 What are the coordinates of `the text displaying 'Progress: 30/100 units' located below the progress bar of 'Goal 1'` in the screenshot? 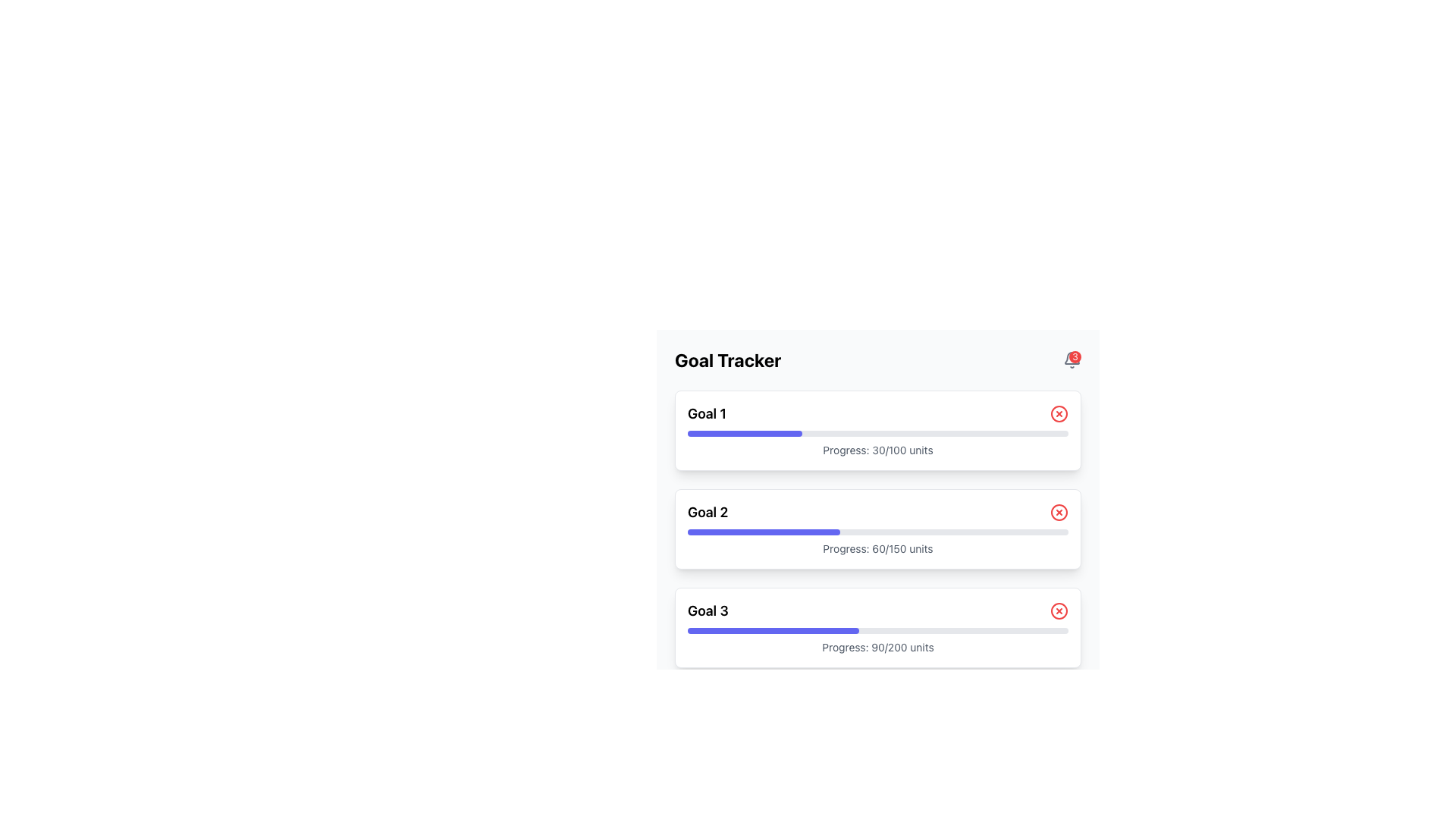 It's located at (877, 450).